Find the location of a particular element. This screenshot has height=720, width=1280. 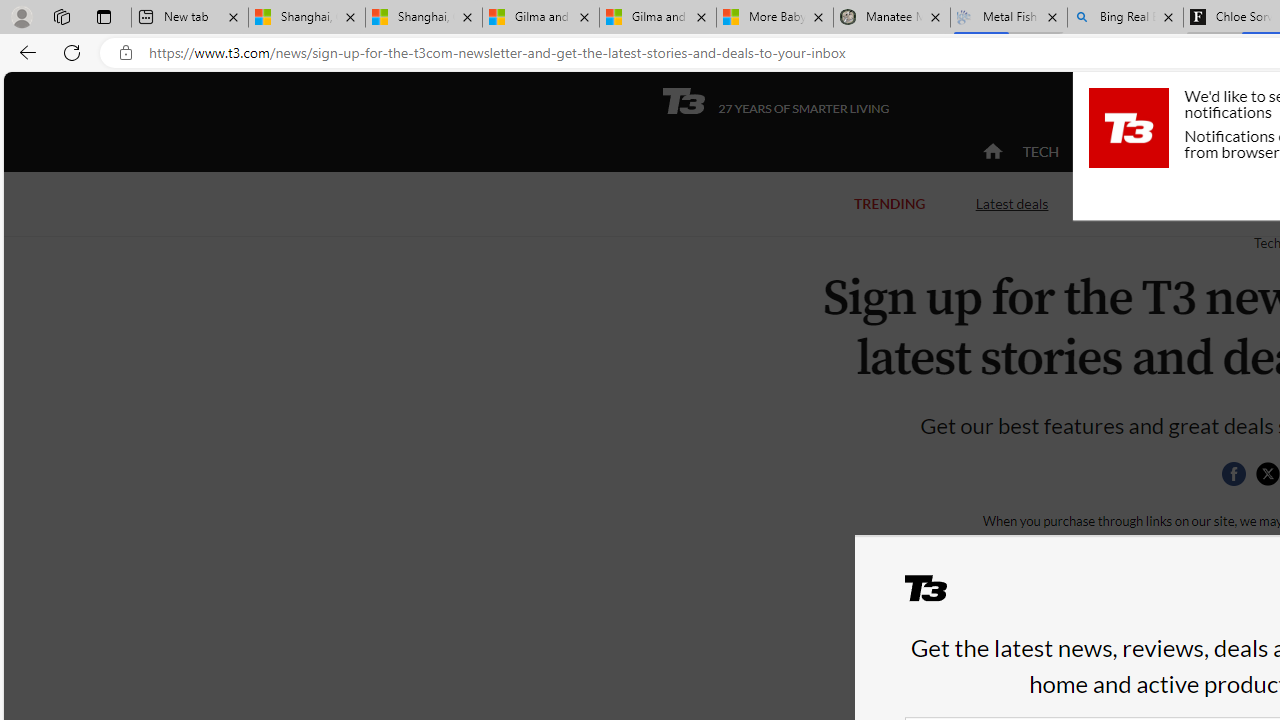

'Class: icon-svg' is located at coordinates (1266, 474).